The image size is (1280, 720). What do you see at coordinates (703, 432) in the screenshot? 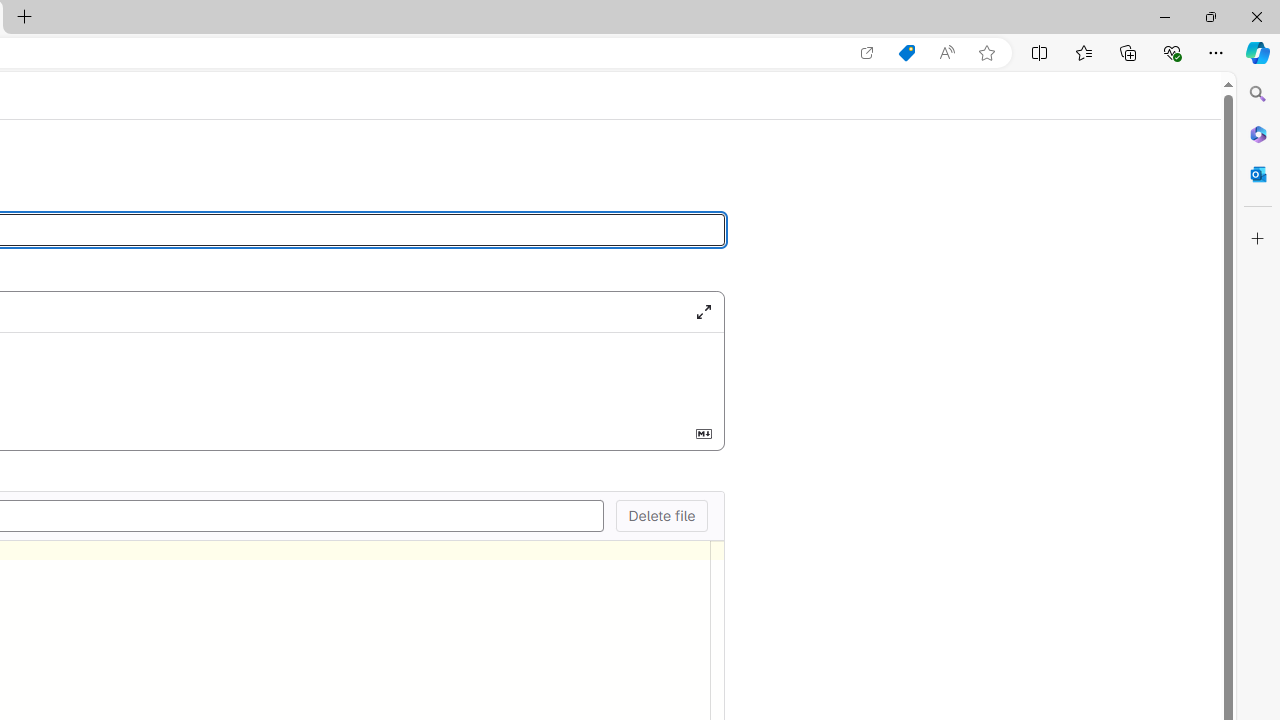
I see `'Markdown is supported'` at bounding box center [703, 432].